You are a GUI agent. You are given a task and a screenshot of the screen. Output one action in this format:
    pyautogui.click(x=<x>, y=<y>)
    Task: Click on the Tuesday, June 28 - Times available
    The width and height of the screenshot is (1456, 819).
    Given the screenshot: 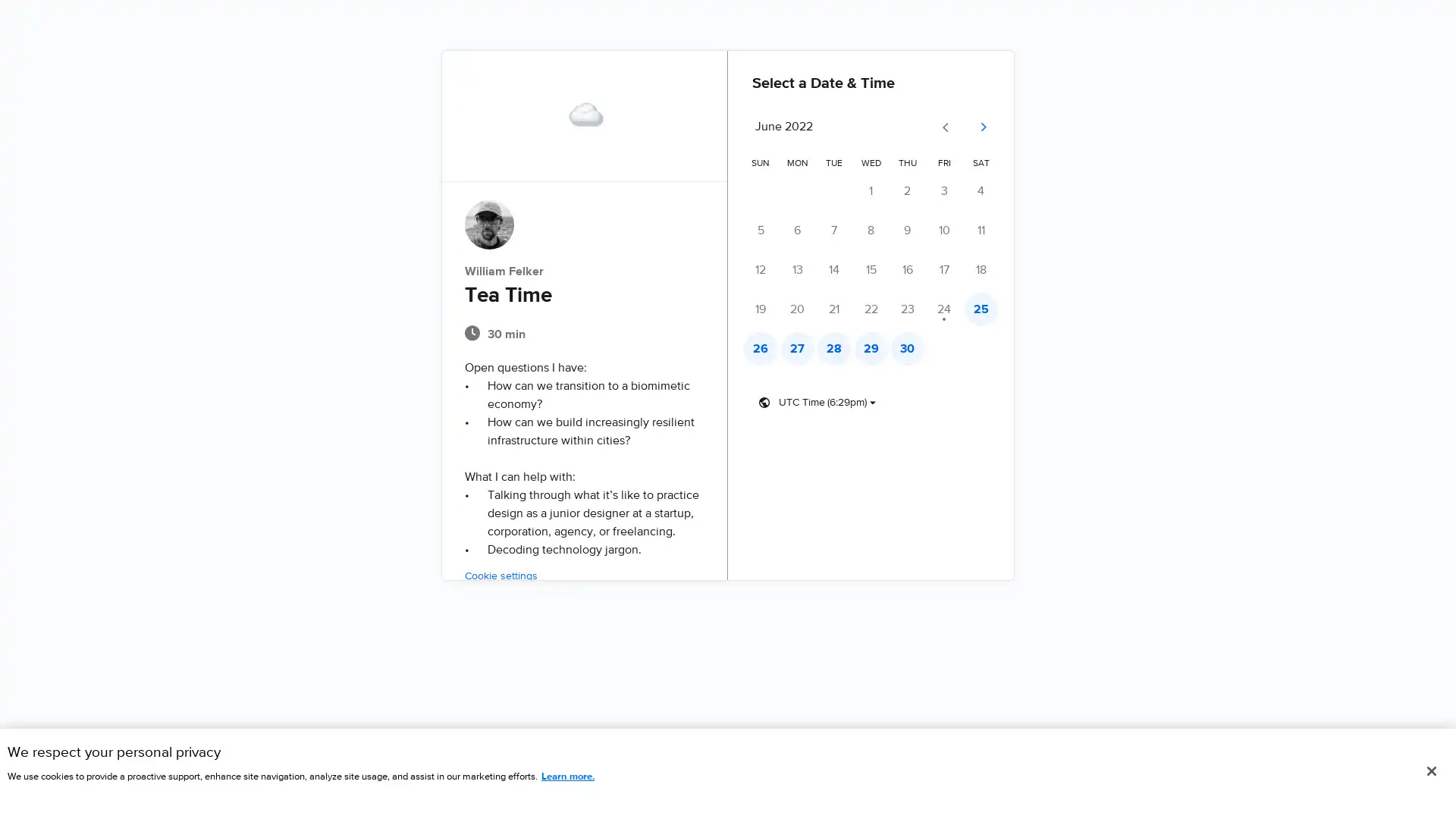 What is the action you would take?
    pyautogui.click(x=839, y=348)
    